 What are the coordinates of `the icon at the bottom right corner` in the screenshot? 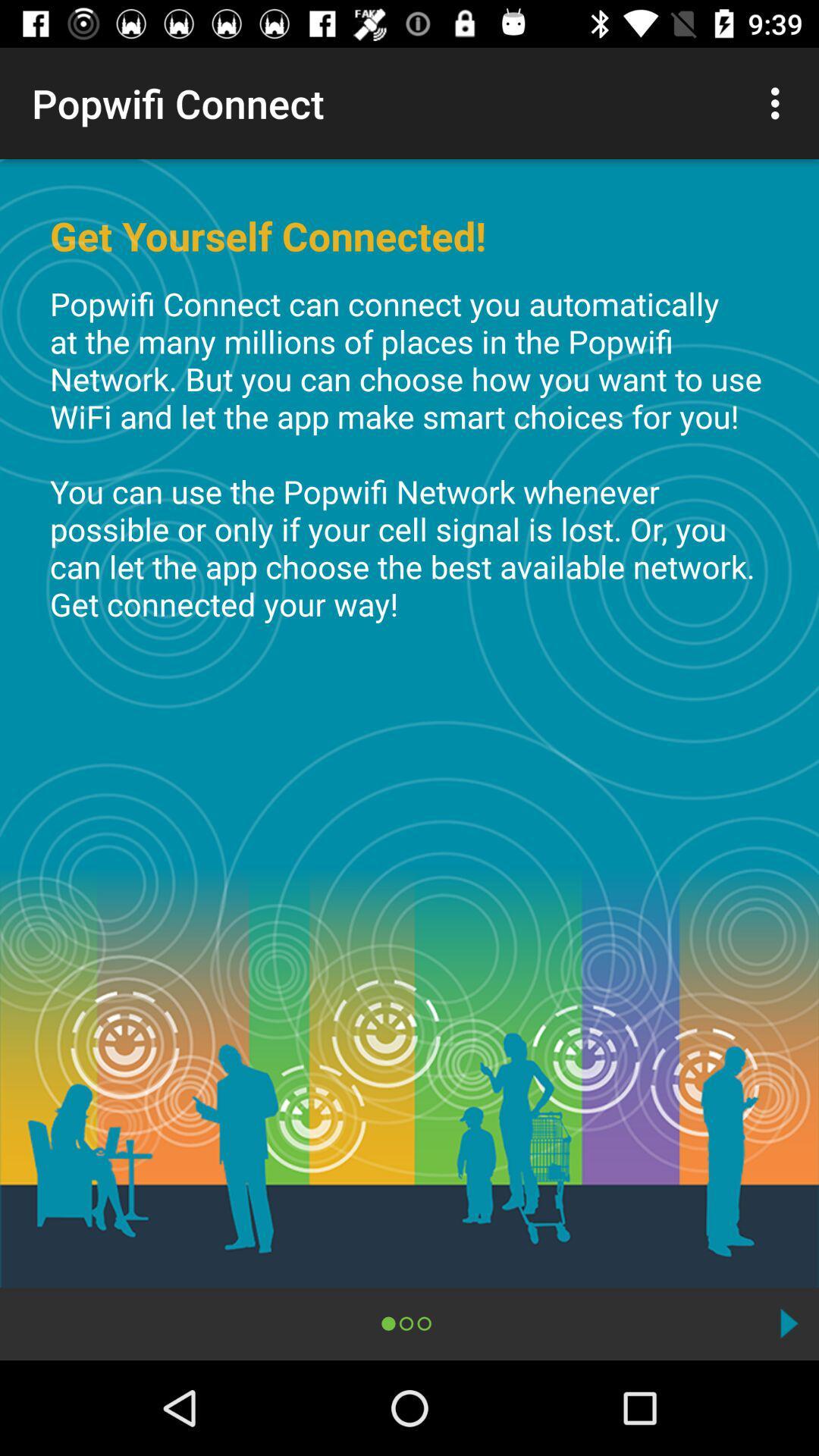 It's located at (788, 1323).